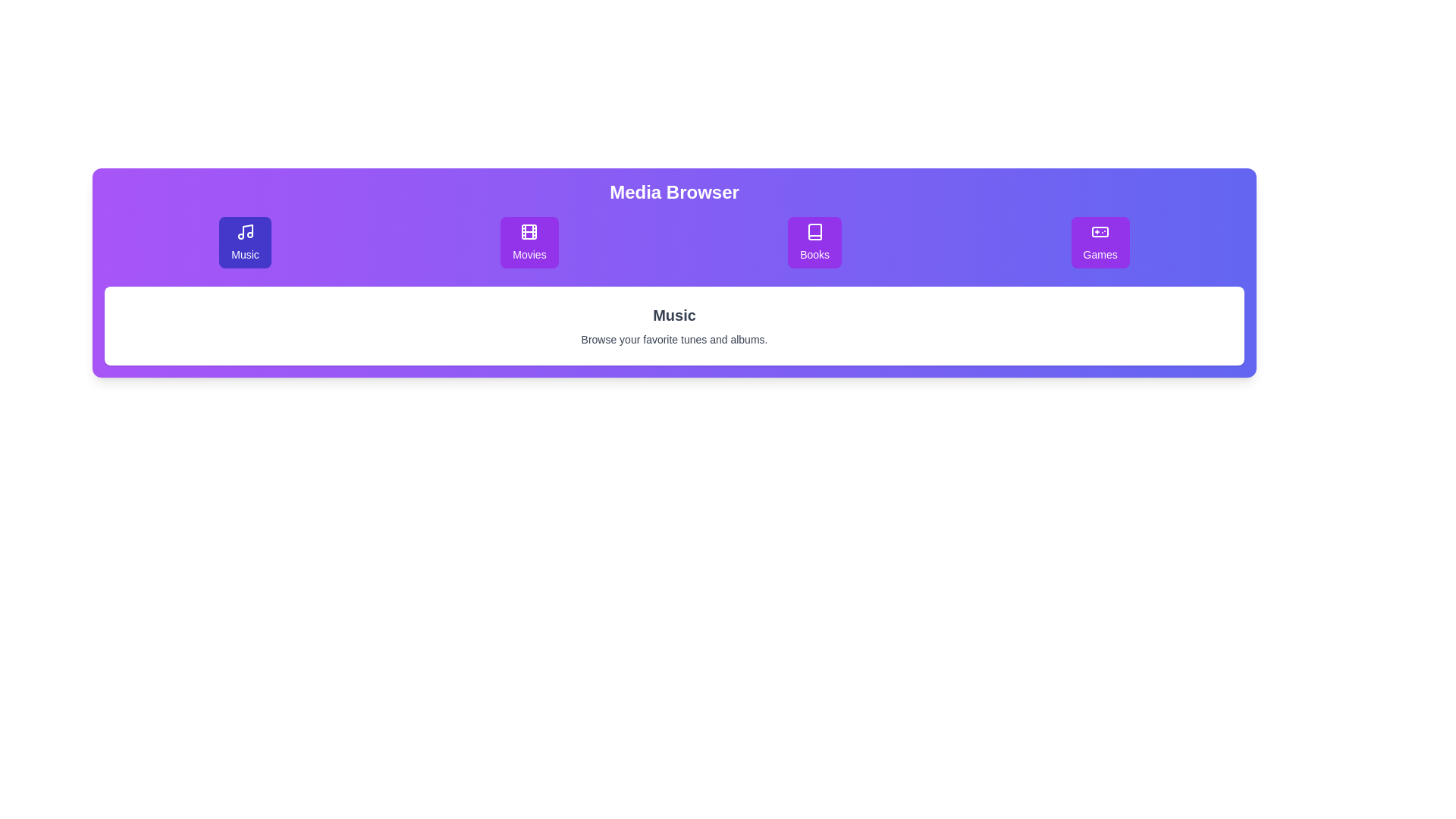  I want to click on descriptive label indicating the purpose of the music button located below its icon in the top section of the layout, so click(245, 253).